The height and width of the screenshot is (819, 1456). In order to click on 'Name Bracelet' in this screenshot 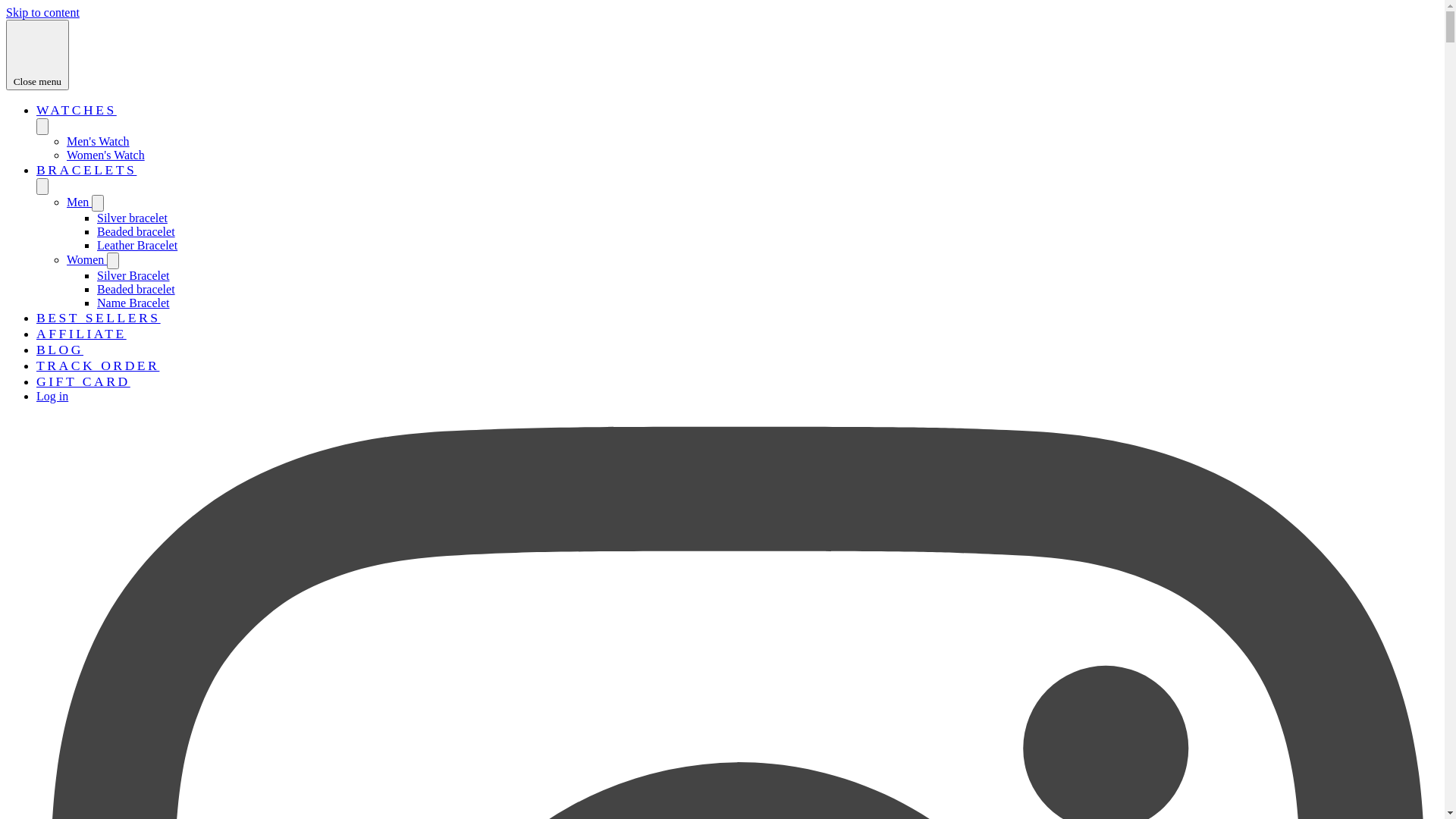, I will do `click(133, 303)`.